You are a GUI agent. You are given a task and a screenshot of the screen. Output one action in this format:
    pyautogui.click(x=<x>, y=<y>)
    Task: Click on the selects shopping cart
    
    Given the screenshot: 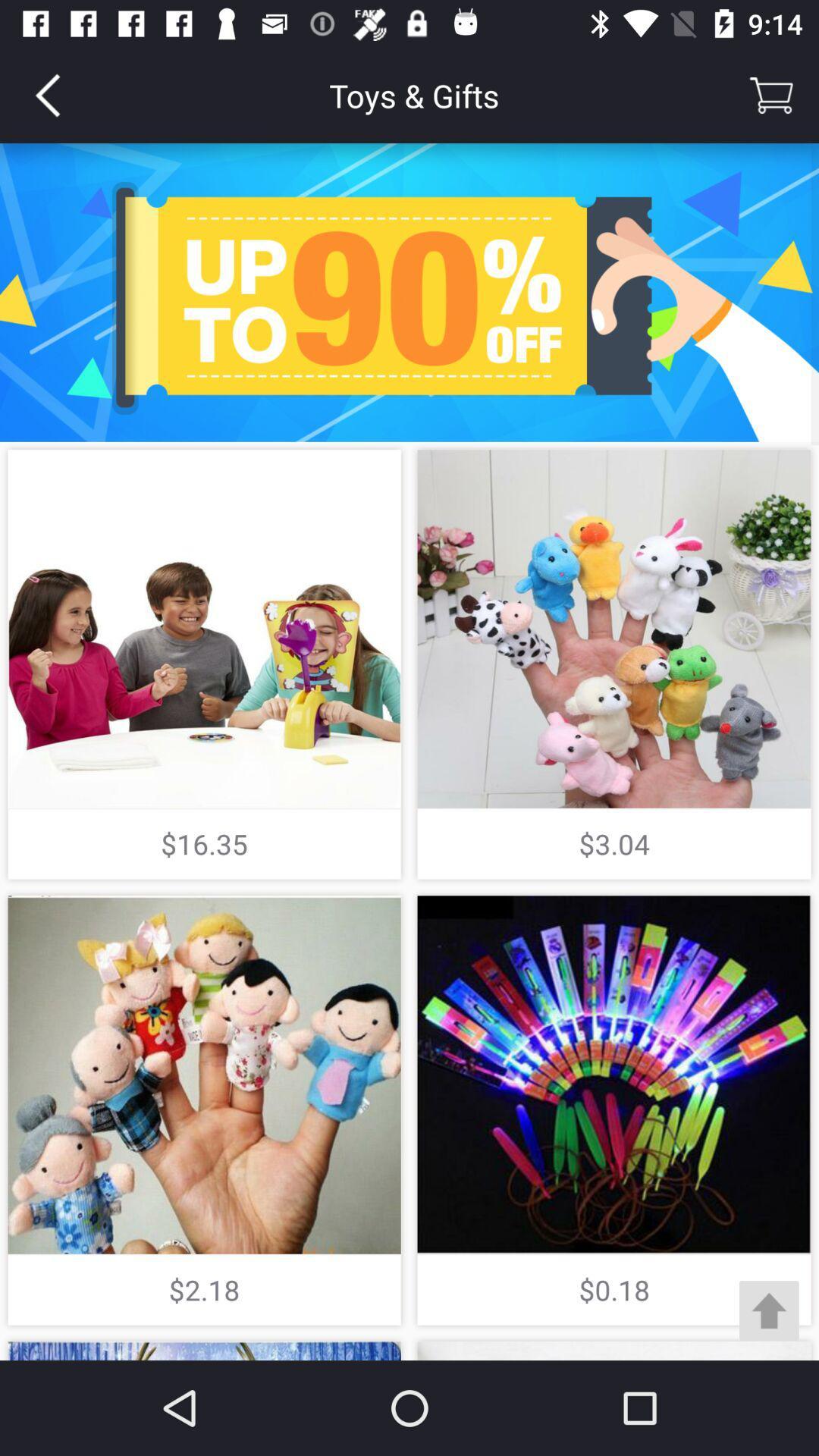 What is the action you would take?
    pyautogui.click(x=771, y=94)
    